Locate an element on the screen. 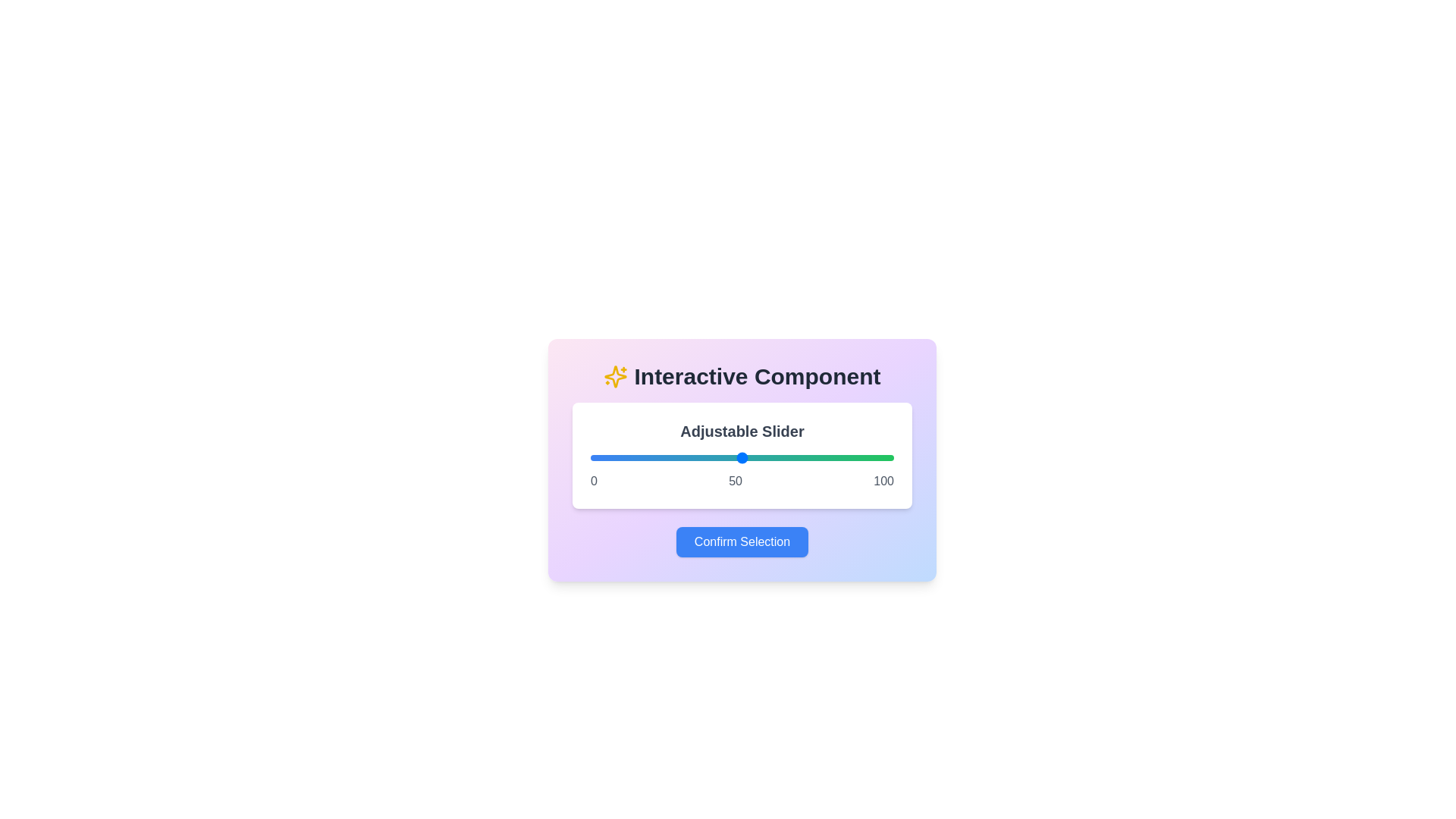 Image resolution: width=1456 pixels, height=819 pixels. the slider to set its value to 89 is located at coordinates (860, 457).